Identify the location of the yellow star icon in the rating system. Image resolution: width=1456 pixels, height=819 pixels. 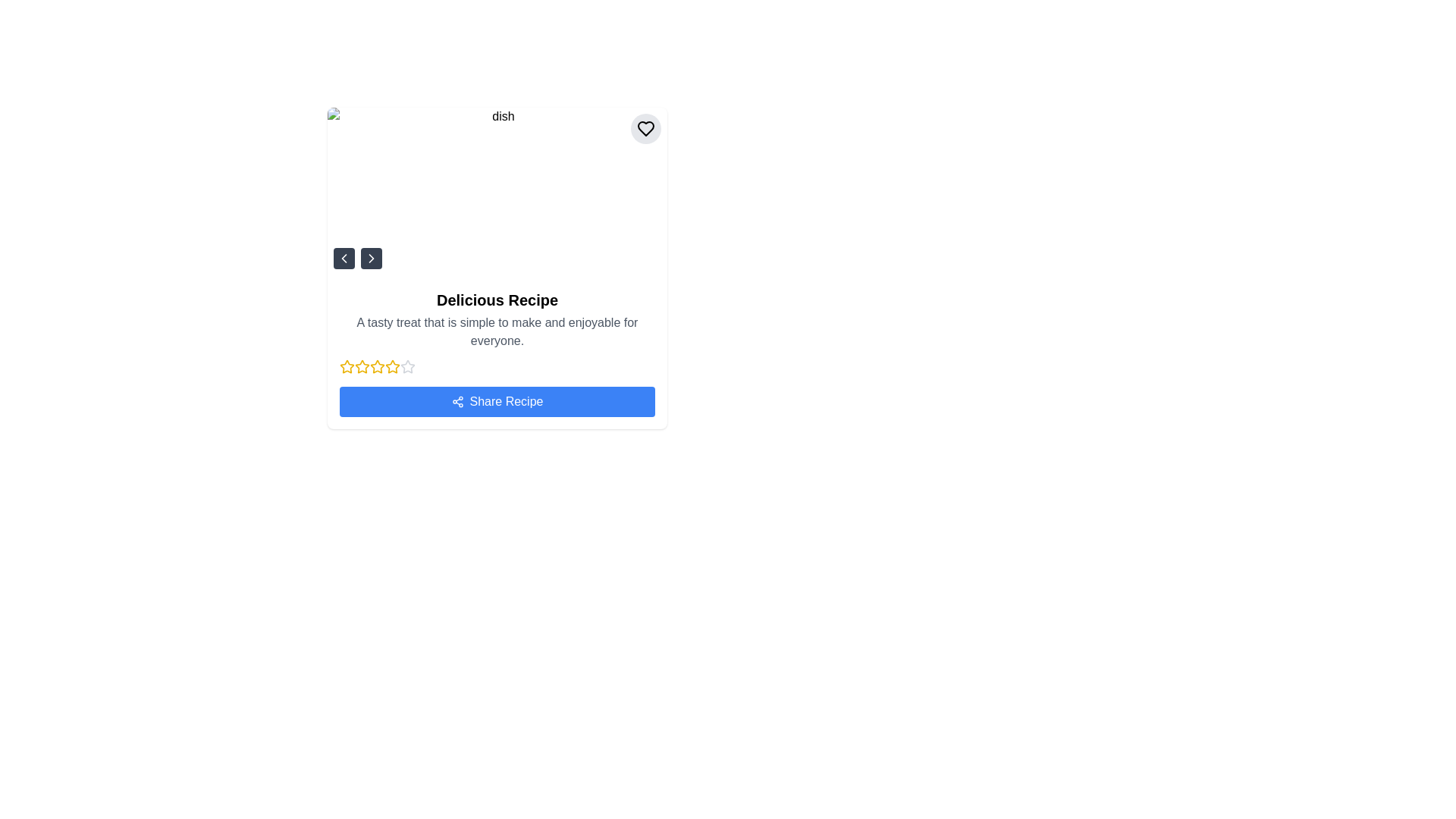
(346, 366).